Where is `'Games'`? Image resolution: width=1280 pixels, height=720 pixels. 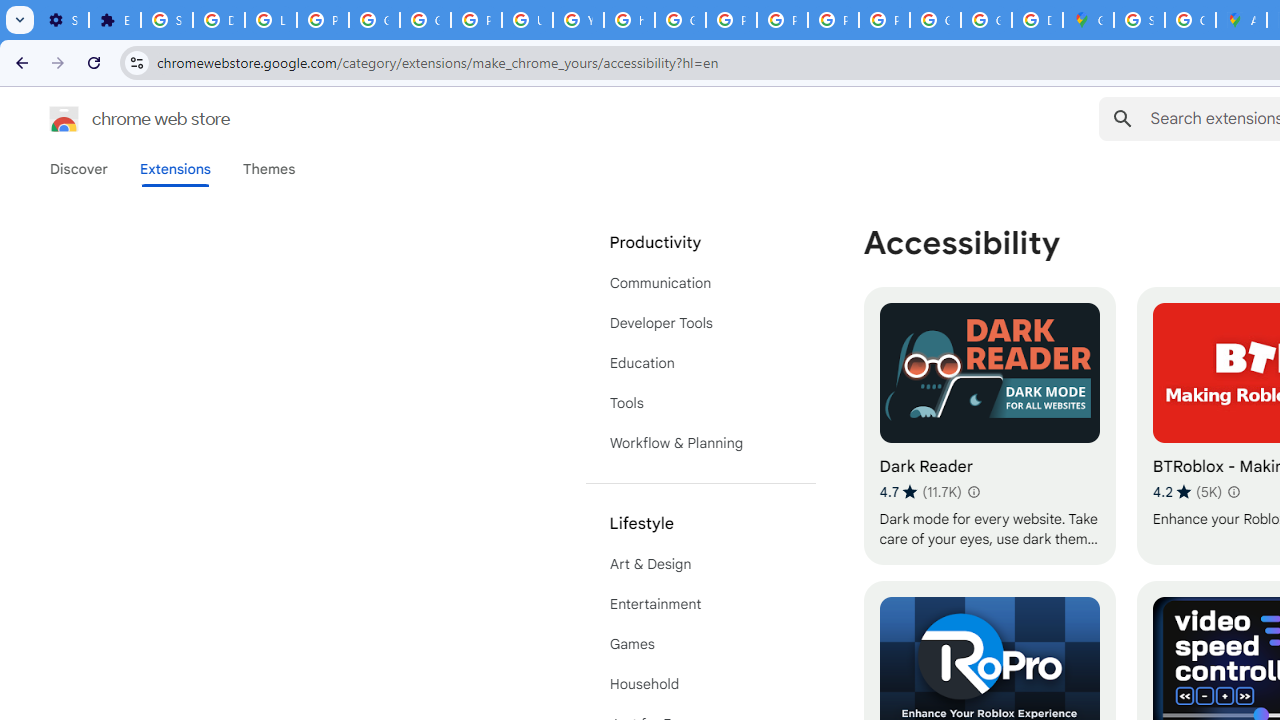
'Games' is located at coordinates (700, 644).